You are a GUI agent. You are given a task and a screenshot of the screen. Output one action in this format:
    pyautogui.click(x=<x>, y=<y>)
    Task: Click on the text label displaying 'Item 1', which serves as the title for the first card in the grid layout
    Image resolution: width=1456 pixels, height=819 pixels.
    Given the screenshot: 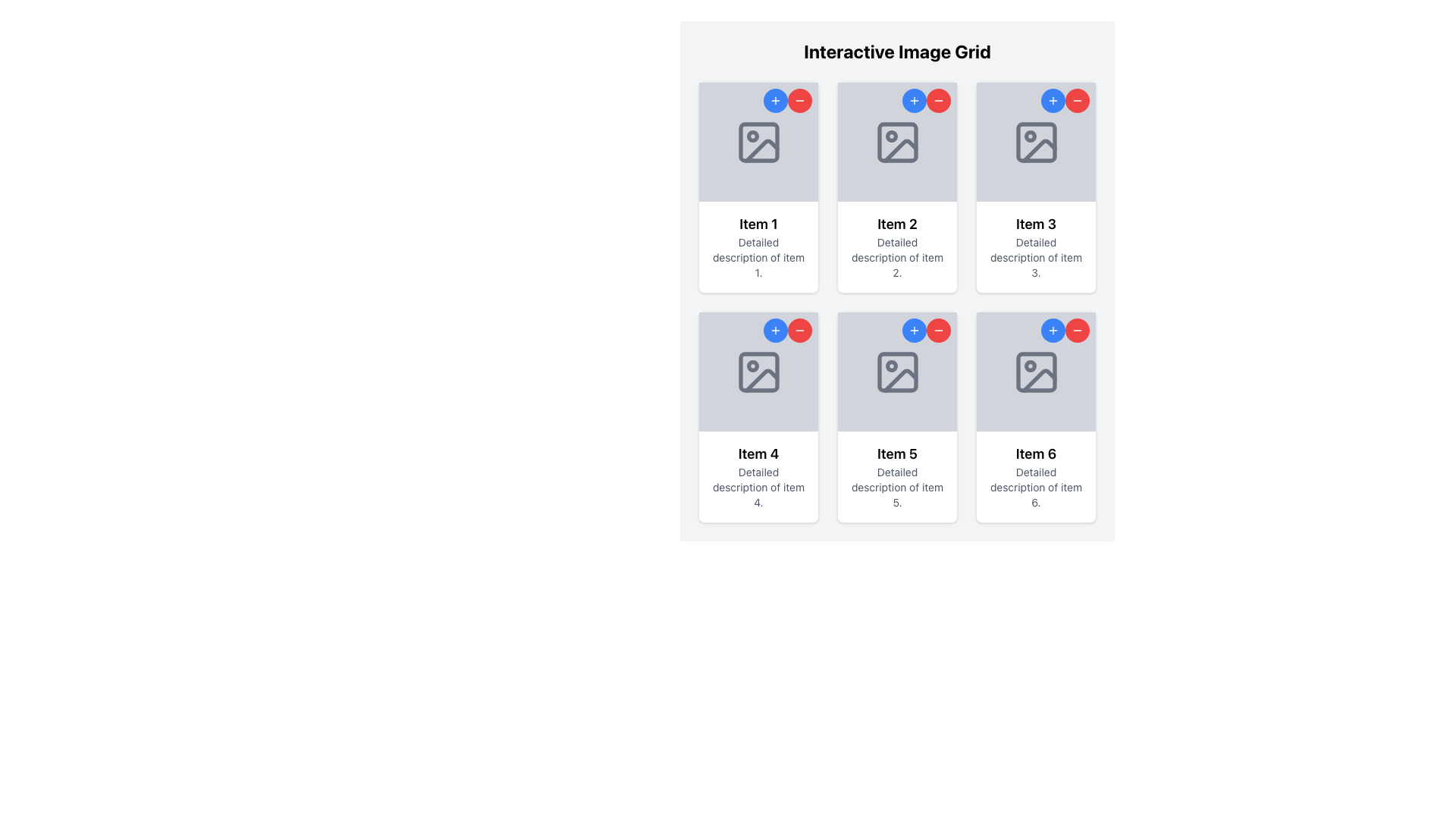 What is the action you would take?
    pyautogui.click(x=758, y=224)
    